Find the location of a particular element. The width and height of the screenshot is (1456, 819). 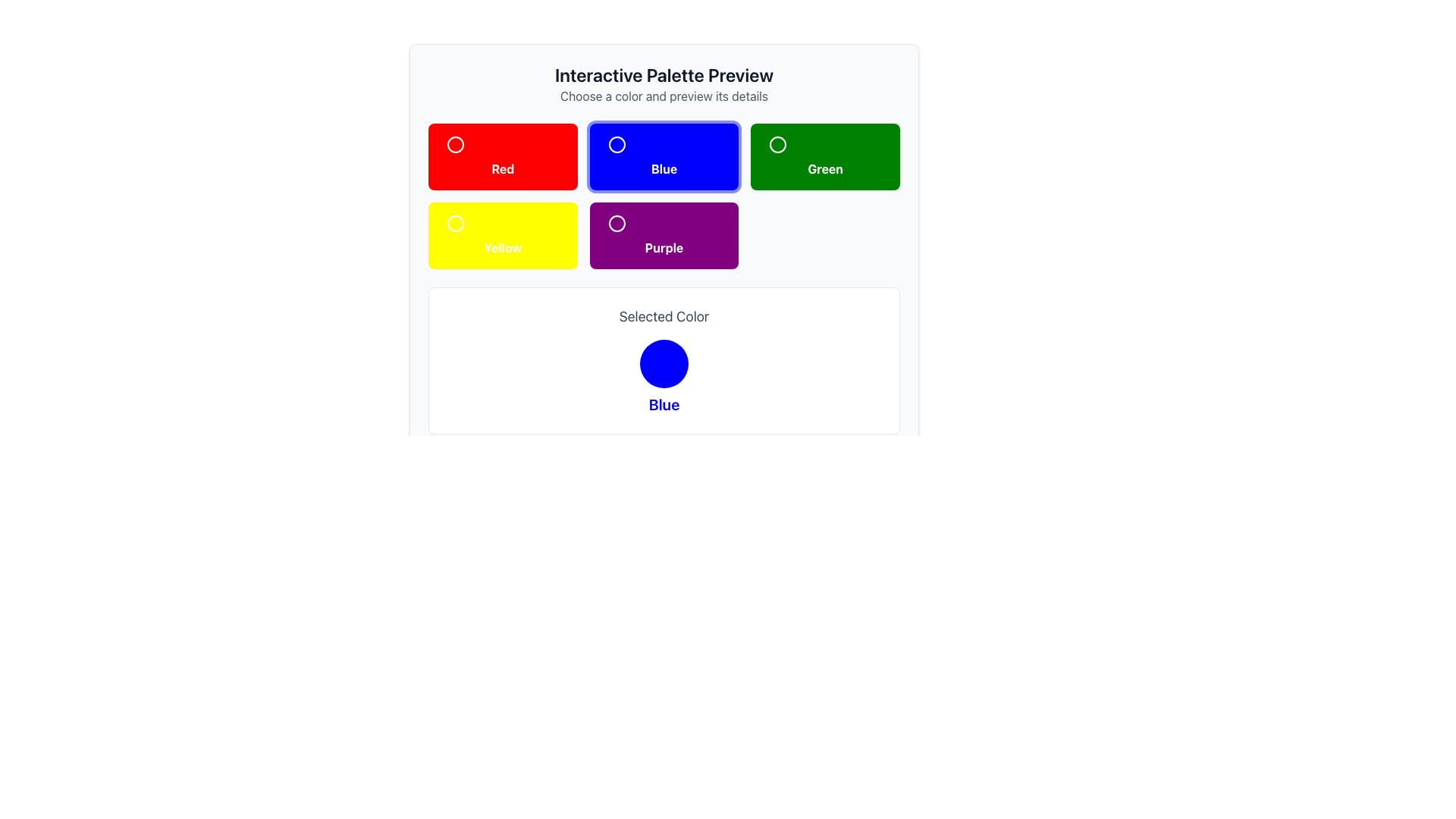

the selectable radio button located in the upper-left corner of the red box labeled 'Red' is located at coordinates (502, 145).